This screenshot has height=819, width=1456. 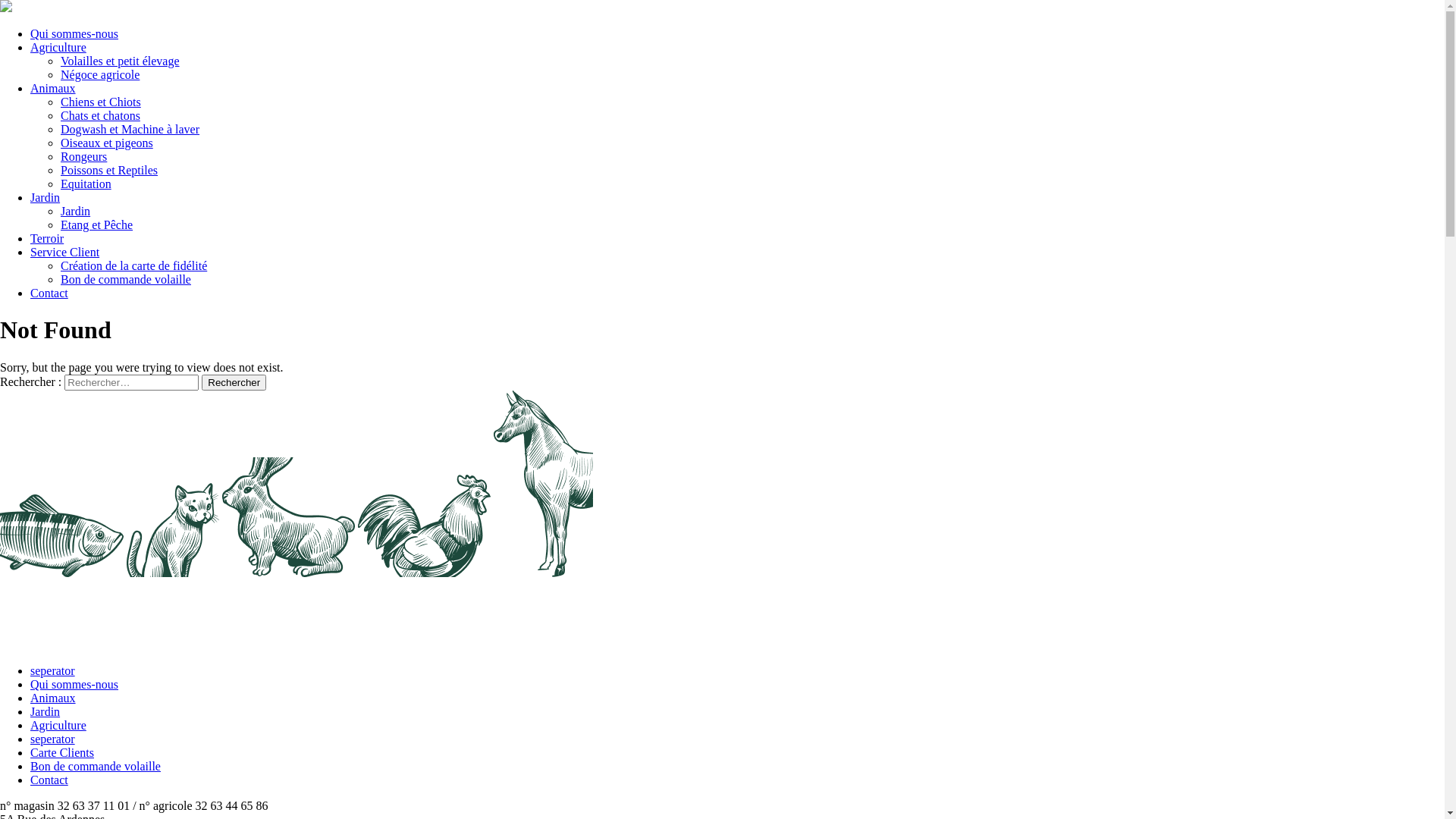 What do you see at coordinates (45, 711) in the screenshot?
I see `'Jardin'` at bounding box center [45, 711].